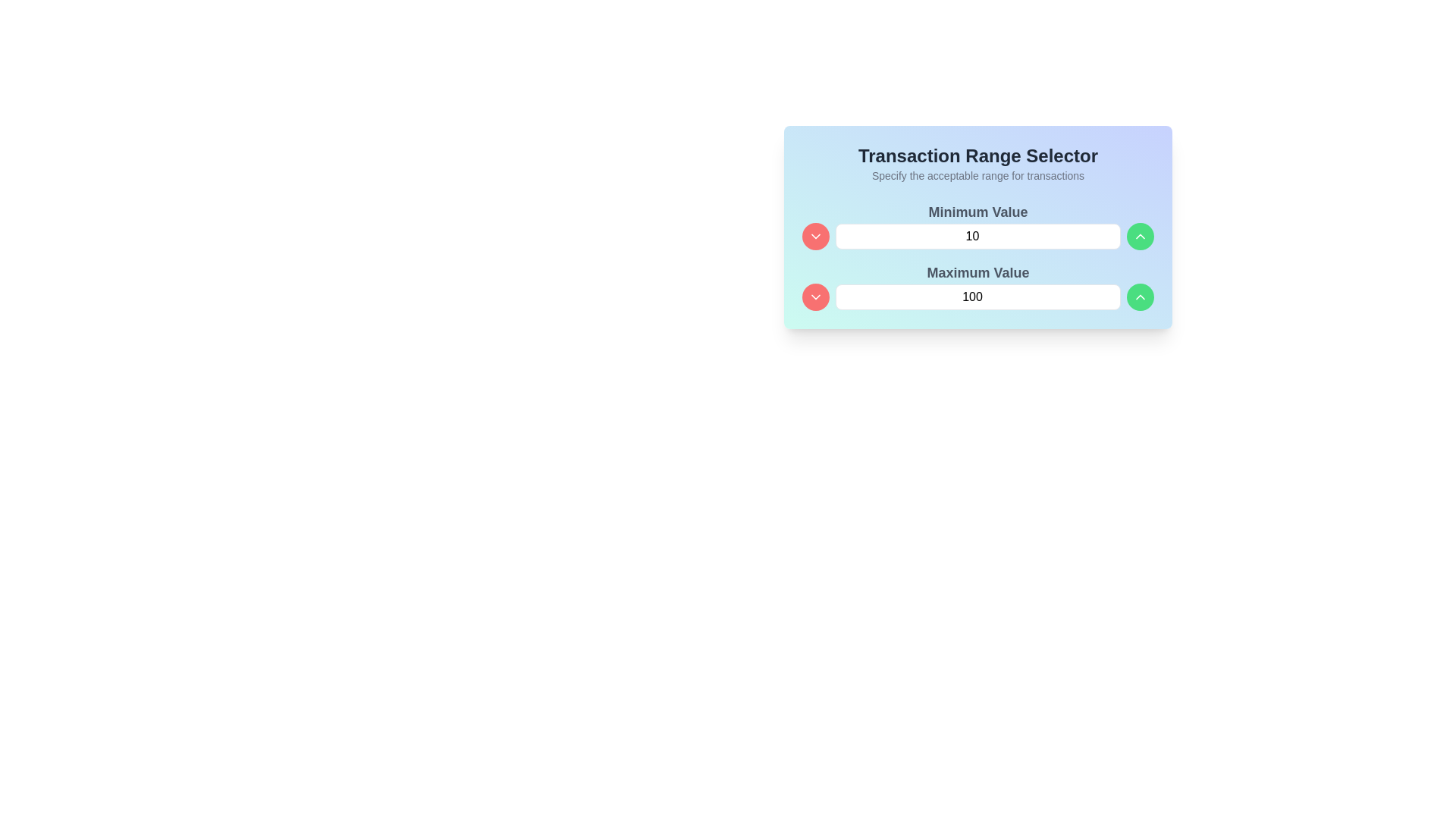  Describe the element at coordinates (978, 287) in the screenshot. I see `the 'Maximum Value' labeled numerical input field` at that location.